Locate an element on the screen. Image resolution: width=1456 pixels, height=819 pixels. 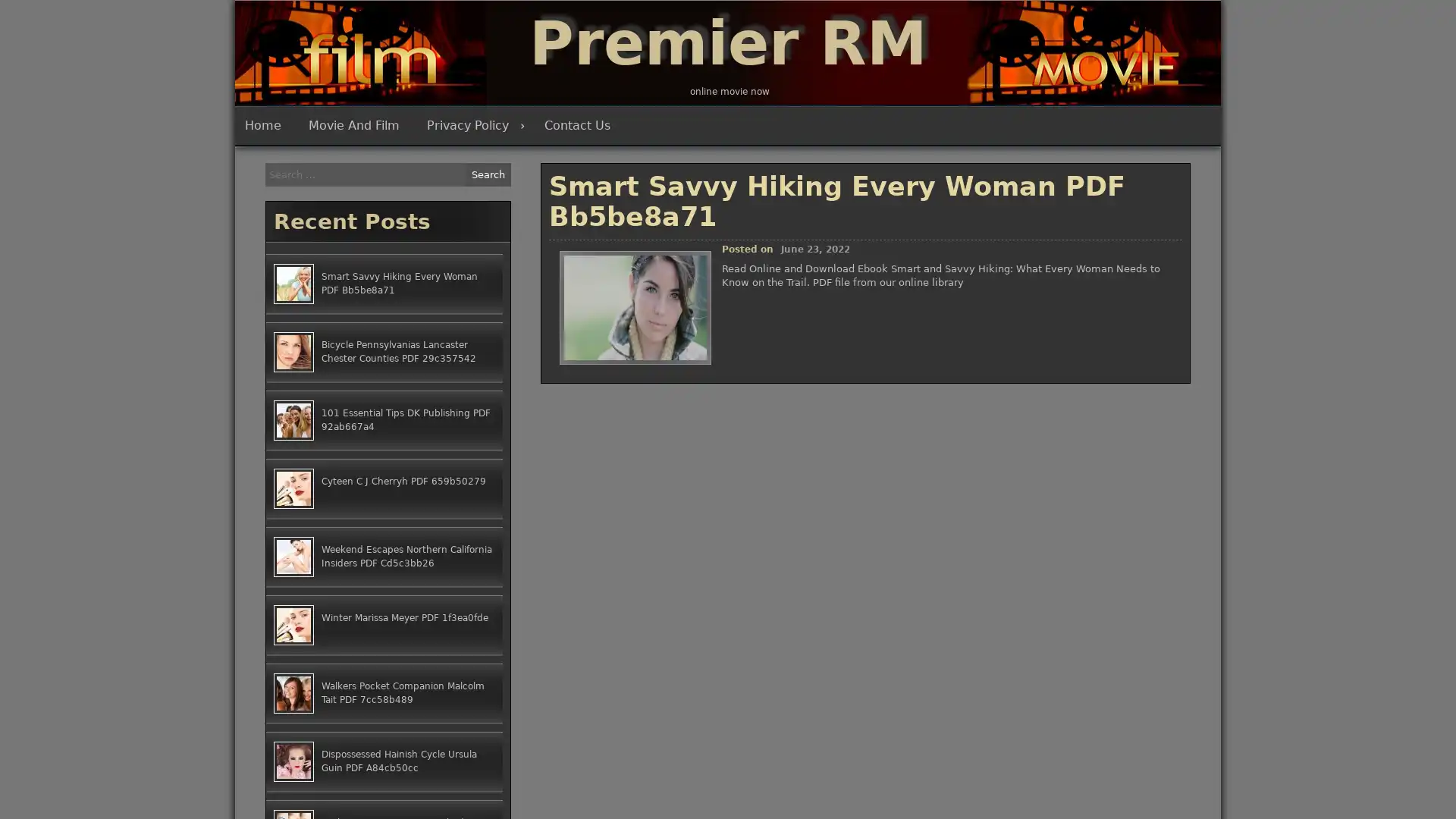
Search is located at coordinates (488, 174).